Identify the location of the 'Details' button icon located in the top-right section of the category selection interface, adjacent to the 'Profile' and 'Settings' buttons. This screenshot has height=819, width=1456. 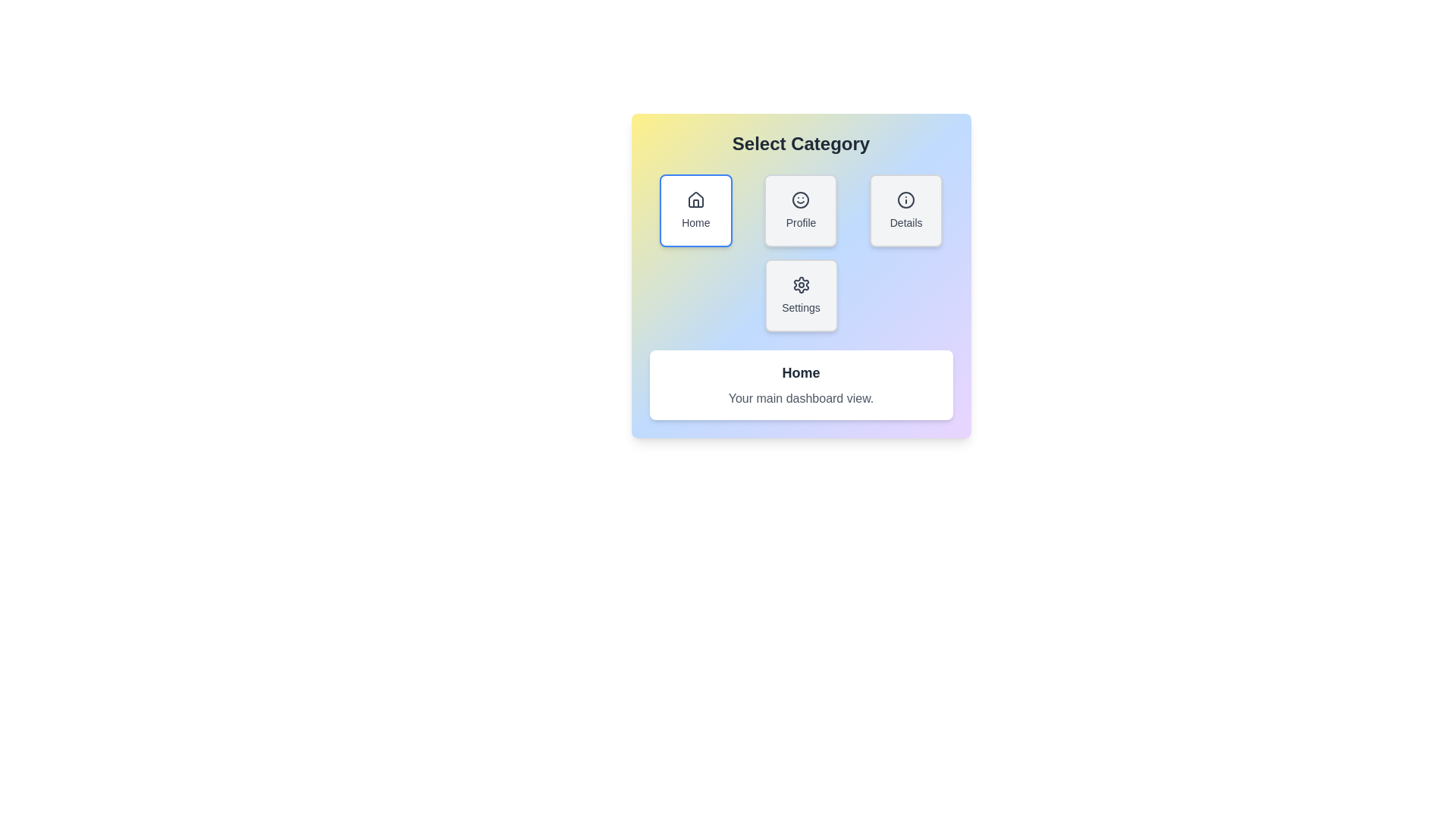
(906, 199).